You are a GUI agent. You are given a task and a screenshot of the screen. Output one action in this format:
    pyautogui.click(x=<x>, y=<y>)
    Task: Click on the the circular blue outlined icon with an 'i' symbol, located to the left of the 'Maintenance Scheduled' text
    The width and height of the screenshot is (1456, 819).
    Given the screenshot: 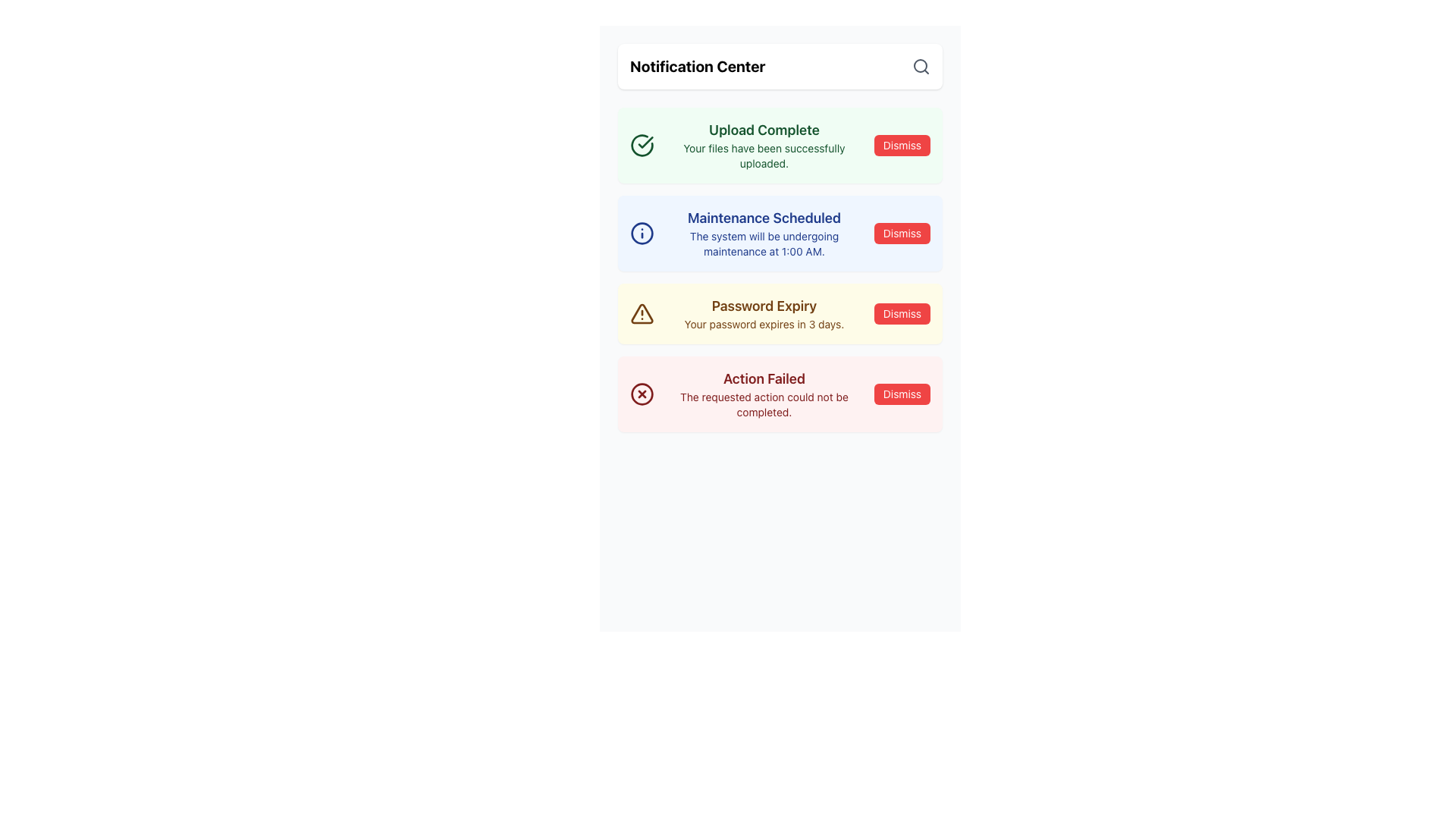 What is the action you would take?
    pyautogui.click(x=642, y=234)
    